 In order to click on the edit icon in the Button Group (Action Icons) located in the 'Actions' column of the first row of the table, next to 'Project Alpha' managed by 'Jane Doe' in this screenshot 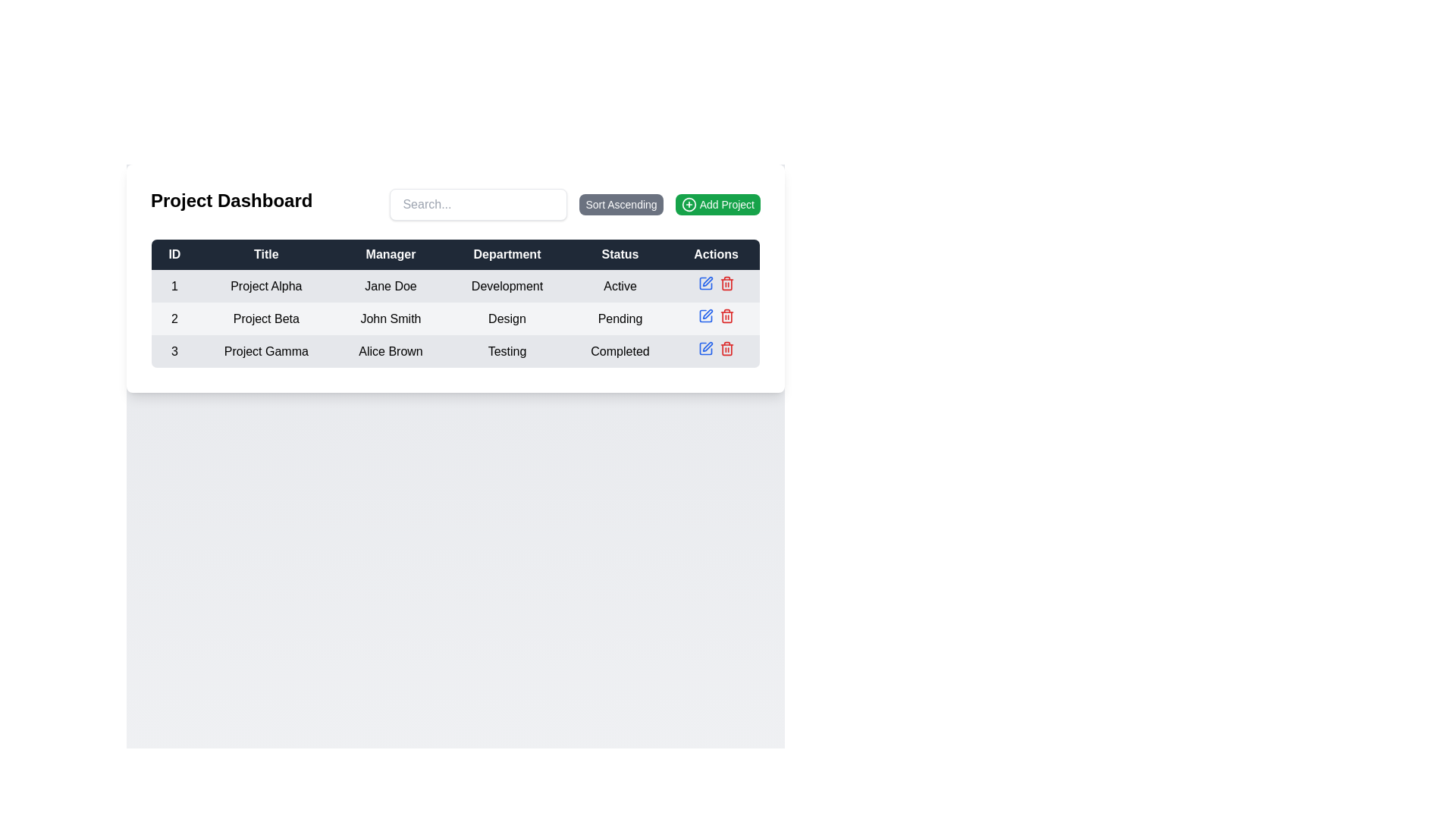, I will do `click(715, 286)`.